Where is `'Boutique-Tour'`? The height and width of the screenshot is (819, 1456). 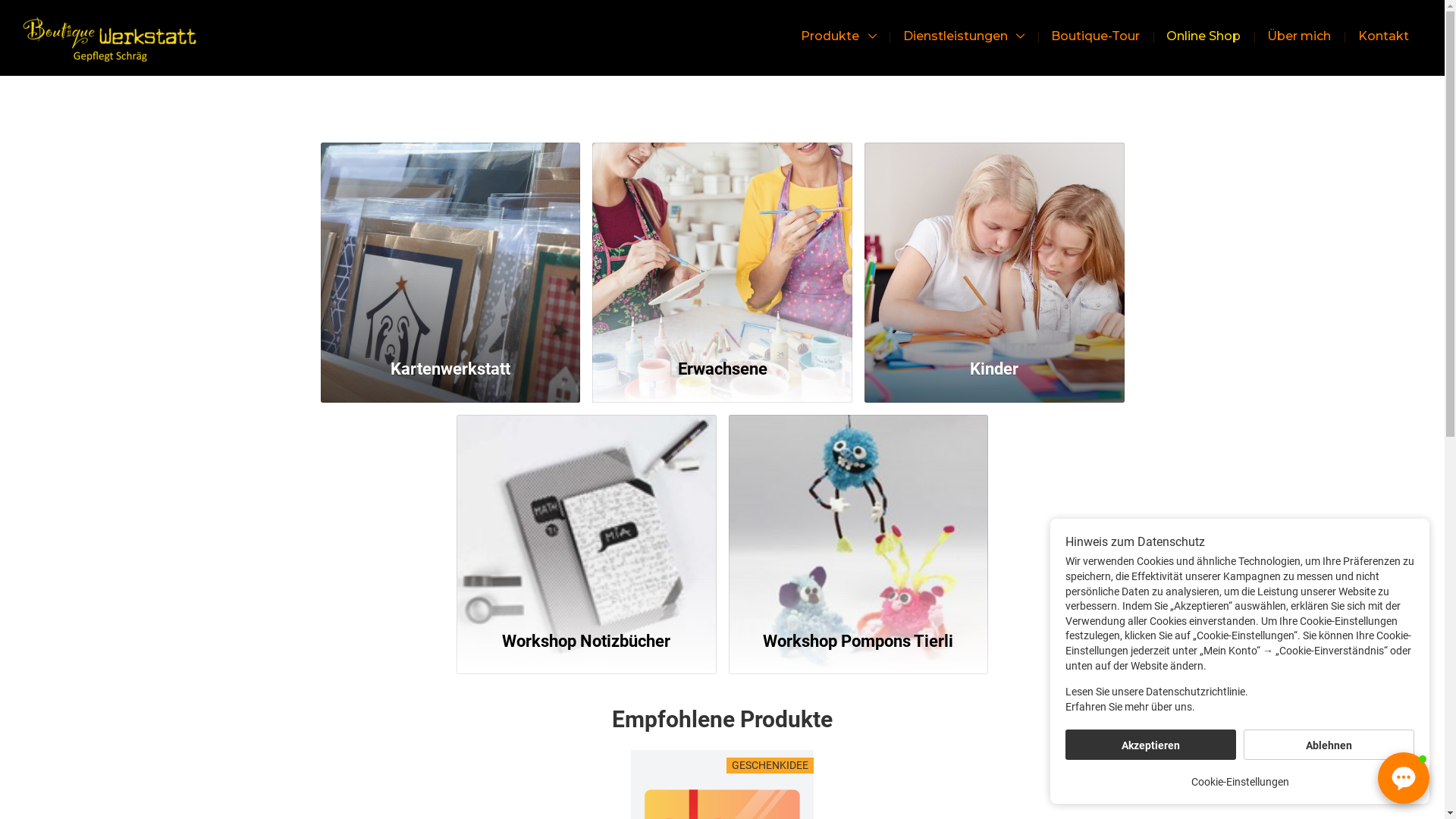 'Boutique-Tour' is located at coordinates (1095, 36).